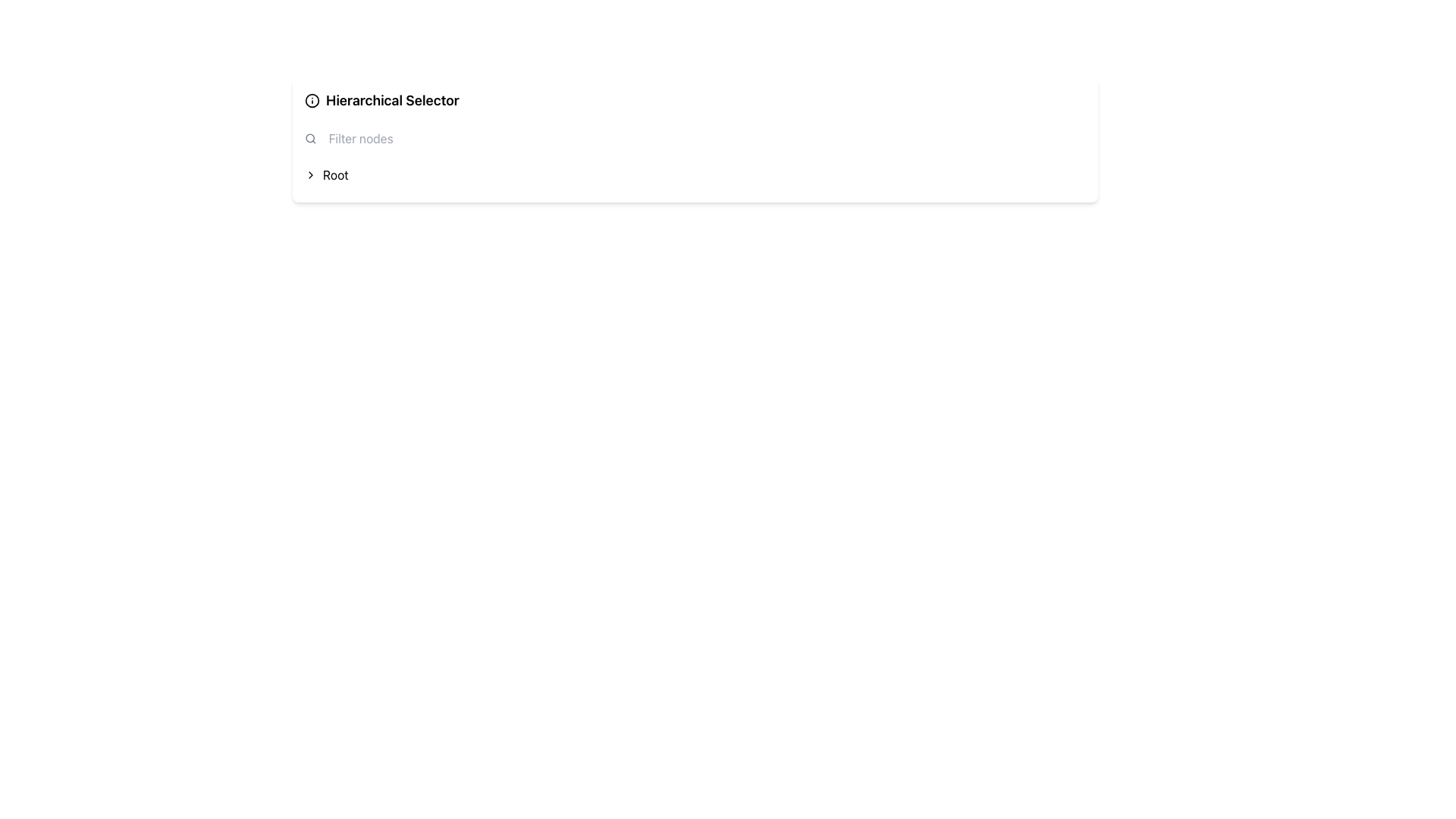 Image resolution: width=1456 pixels, height=819 pixels. I want to click on the decorative SVG circle element that highlights the 'Hierarchical Selector' feature icon, so click(312, 99).